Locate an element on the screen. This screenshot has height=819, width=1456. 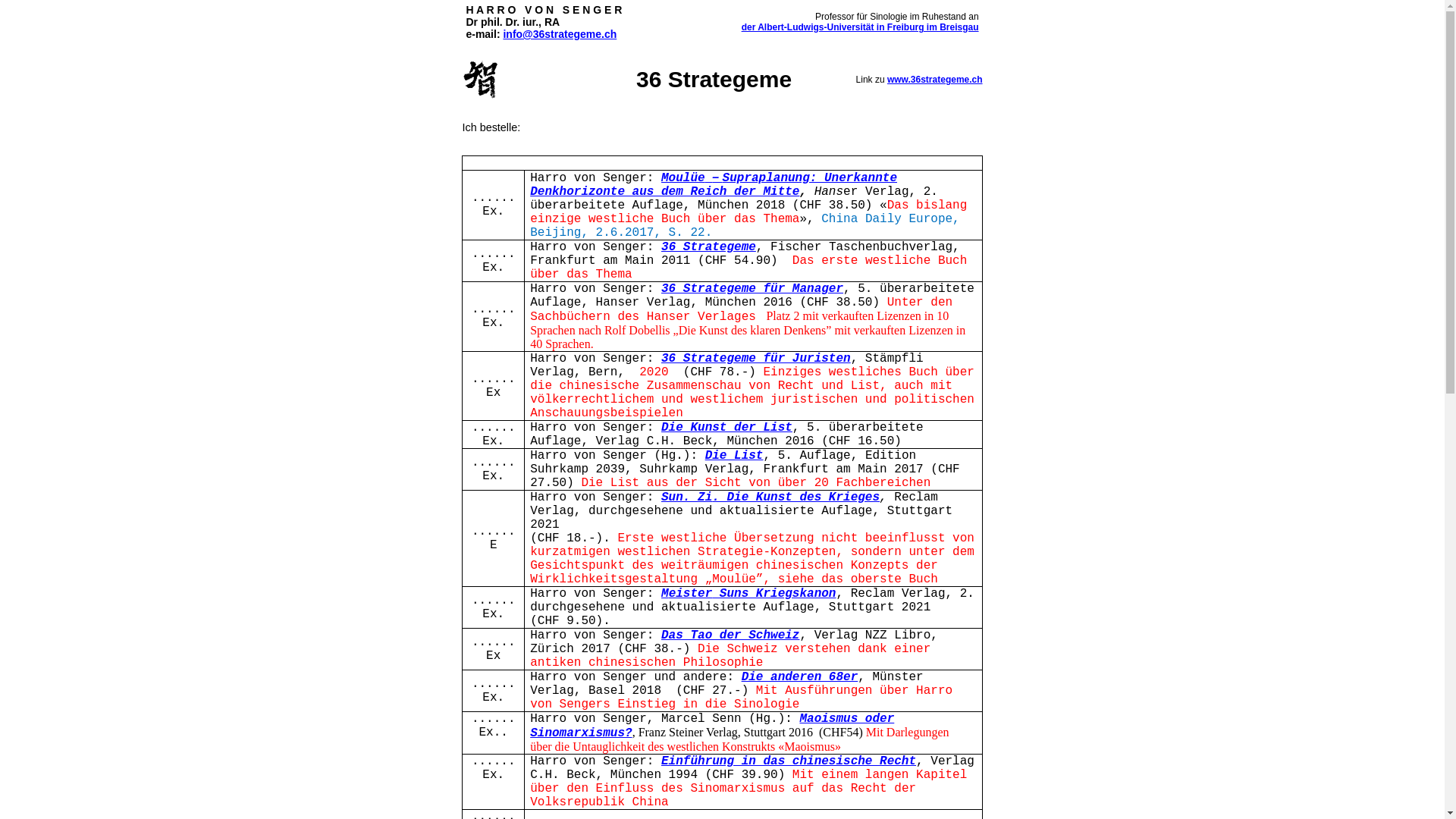
'Die Kunst der List' is located at coordinates (726, 426).